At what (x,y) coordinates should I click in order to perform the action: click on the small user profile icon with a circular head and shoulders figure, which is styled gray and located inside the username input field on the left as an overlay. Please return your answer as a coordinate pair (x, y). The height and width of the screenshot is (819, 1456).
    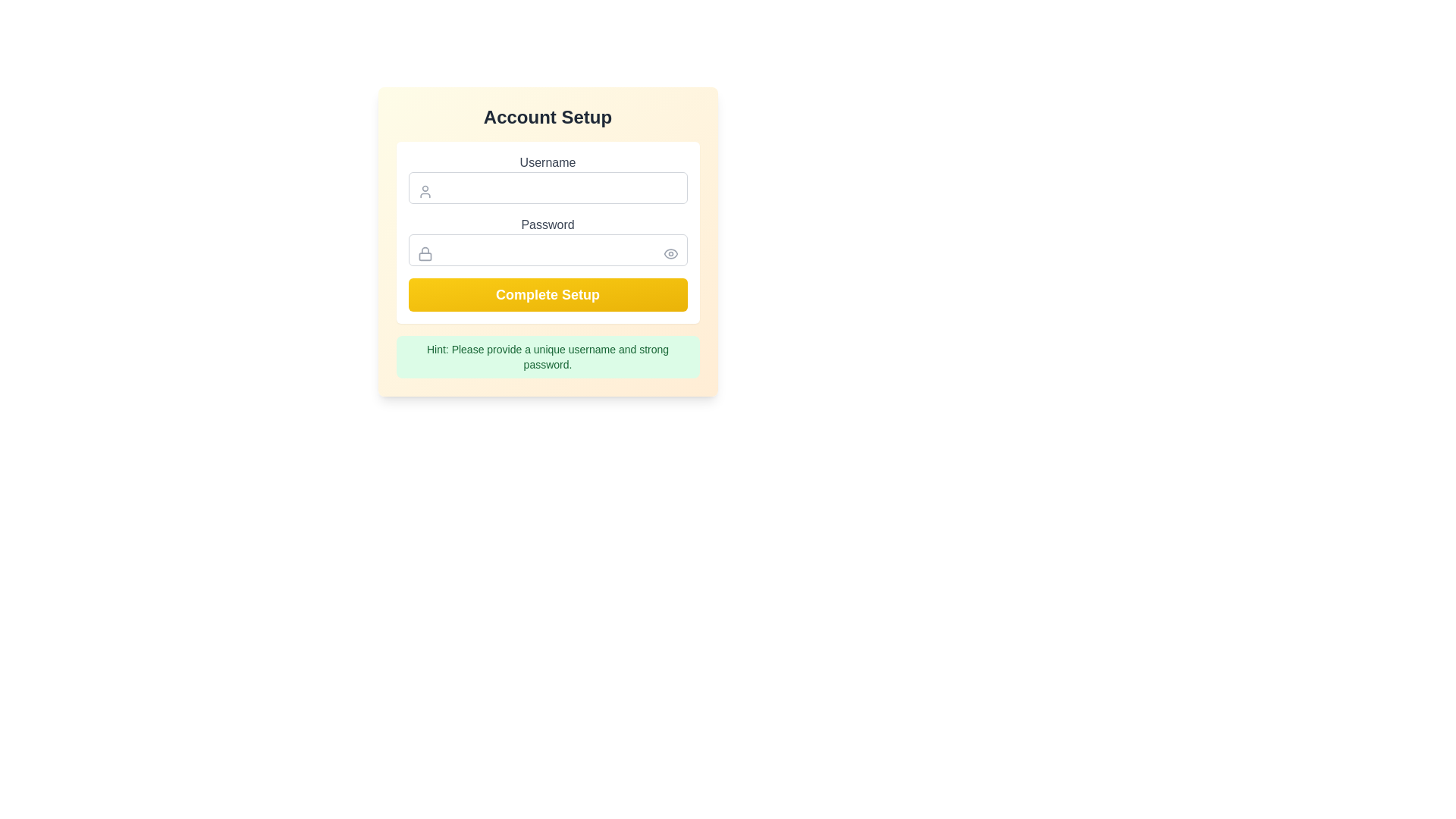
    Looking at the image, I should click on (425, 191).